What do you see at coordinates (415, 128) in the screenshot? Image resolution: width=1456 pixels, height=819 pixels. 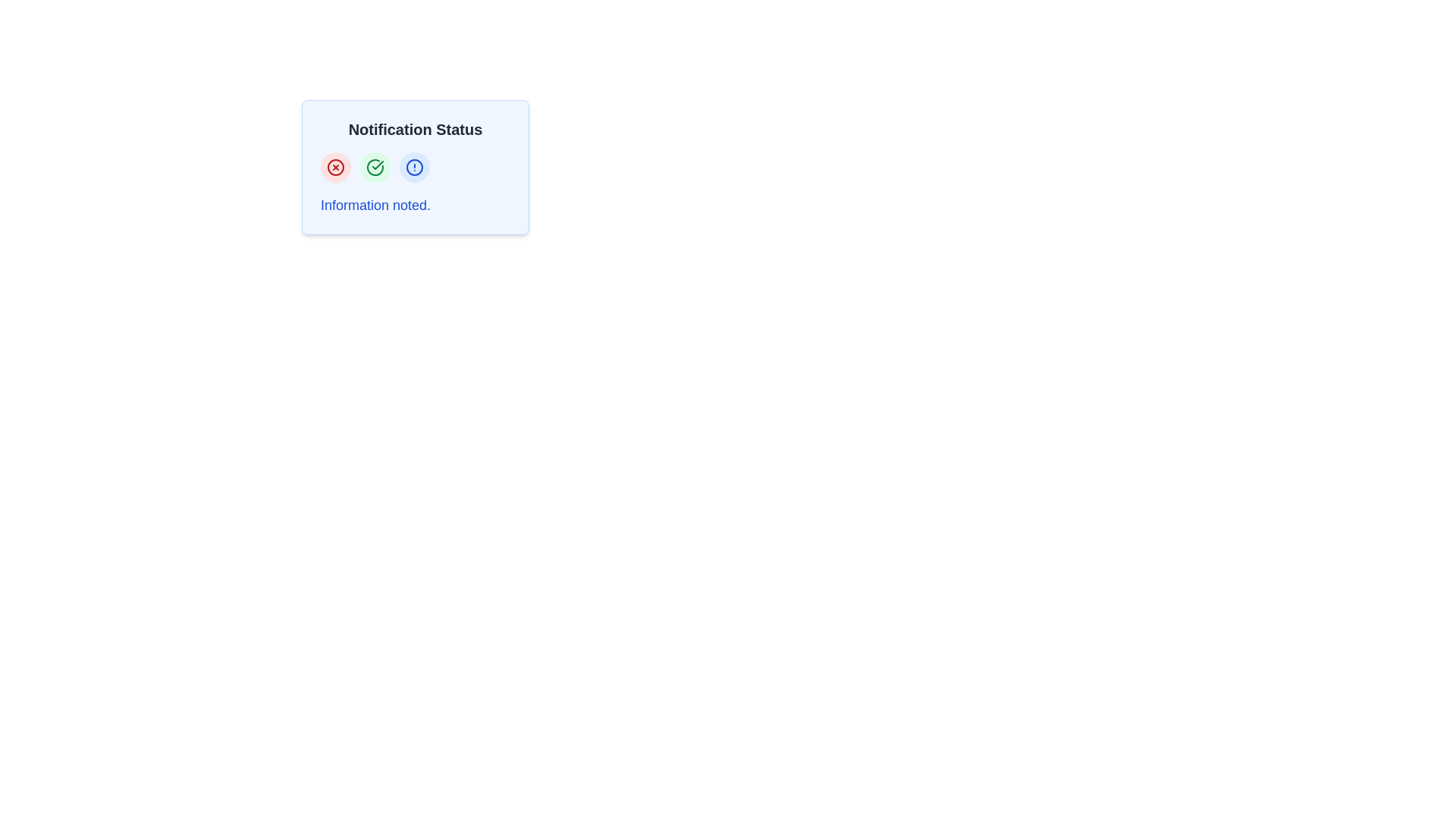 I see `the static text label that serves as the title or header for the notification card, positioned at the top of the card` at bounding box center [415, 128].